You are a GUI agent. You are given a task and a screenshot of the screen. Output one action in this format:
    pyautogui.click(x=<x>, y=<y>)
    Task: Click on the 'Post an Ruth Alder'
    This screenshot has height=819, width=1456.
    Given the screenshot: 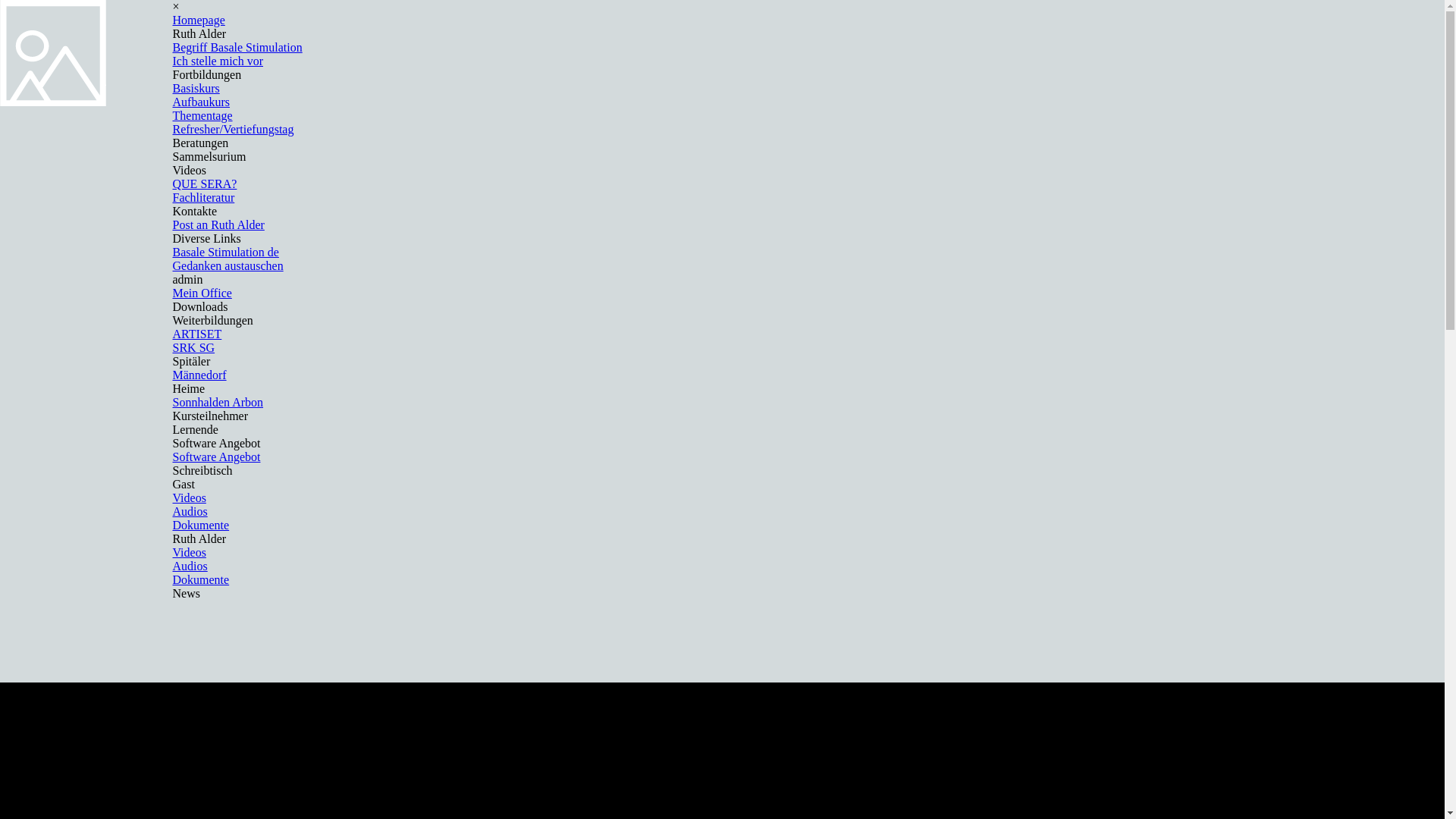 What is the action you would take?
    pyautogui.click(x=218, y=224)
    